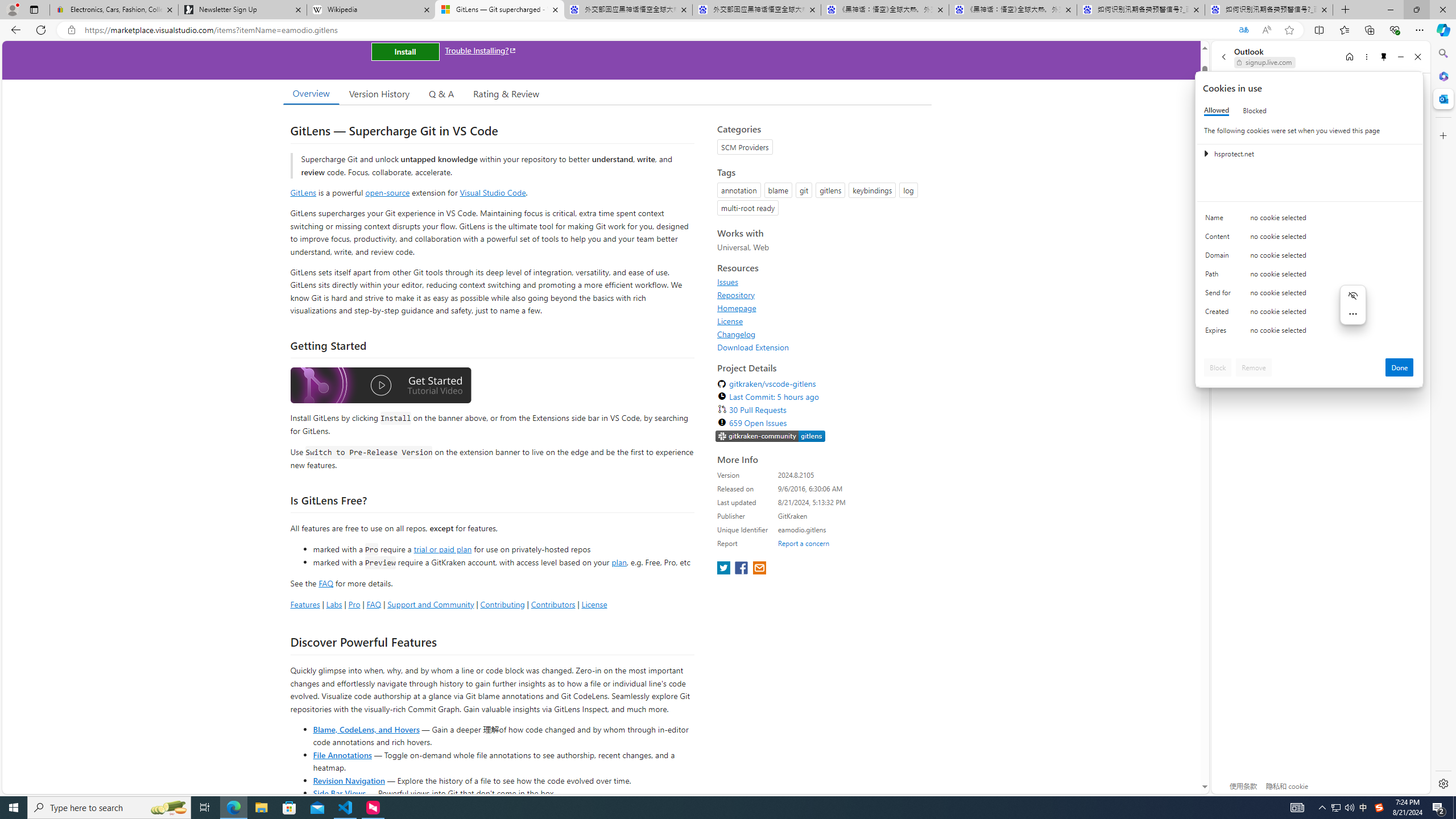 This screenshot has width=1456, height=819. Describe the element at coordinates (1219, 257) in the screenshot. I see `'Domain'` at that location.